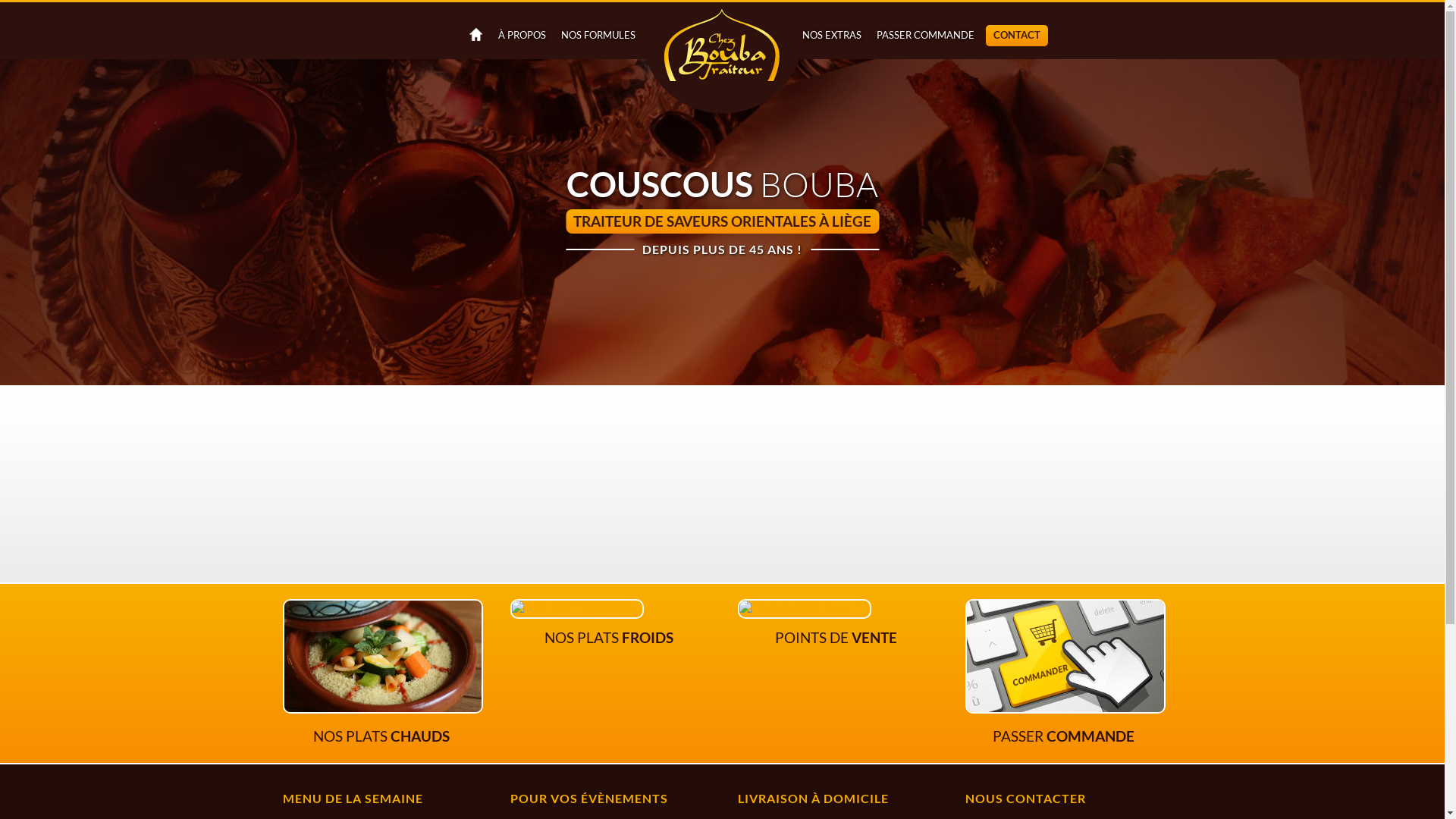  Describe the element at coordinates (1016, 34) in the screenshot. I see `'CONTACT'` at that location.